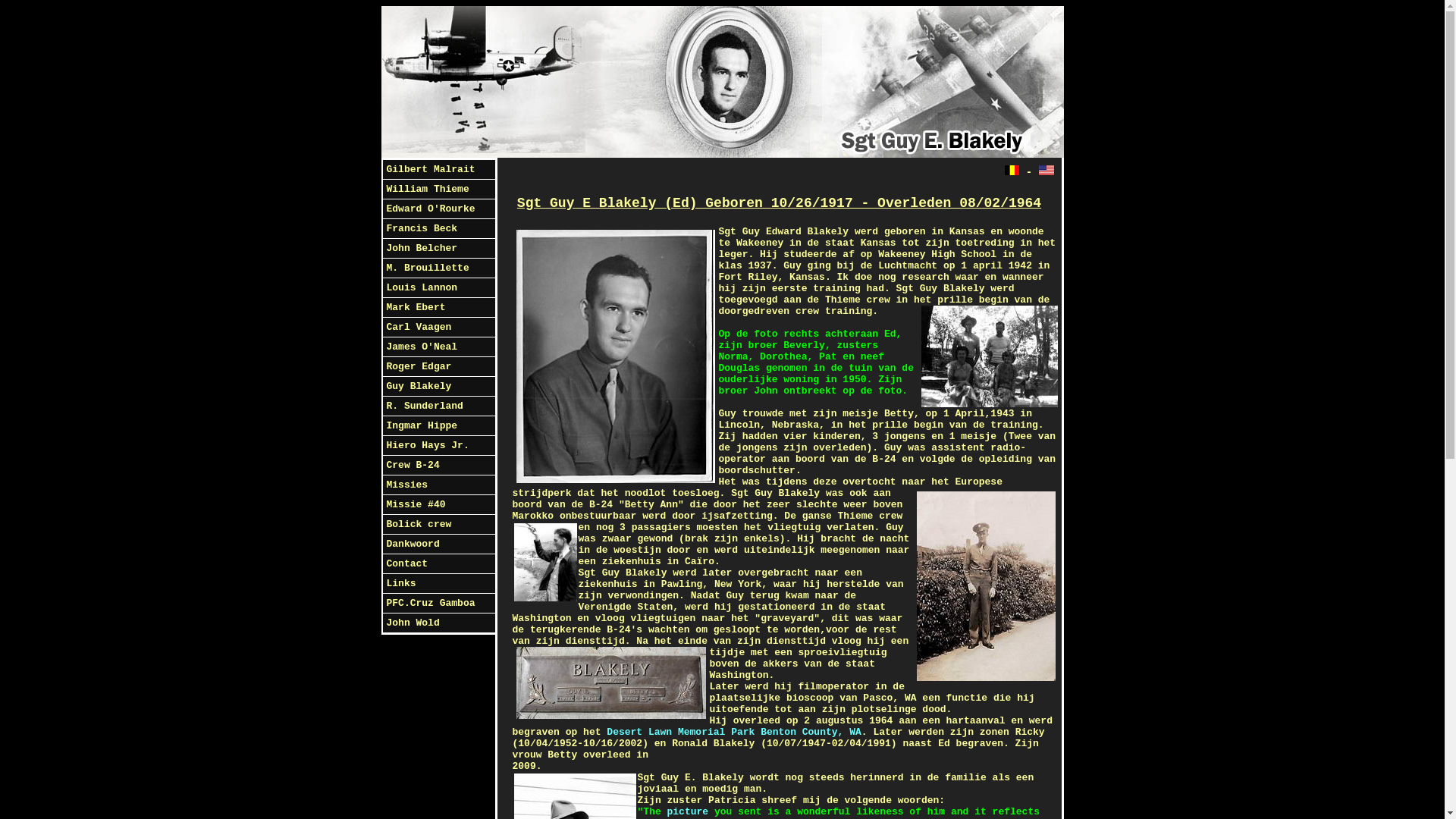 The width and height of the screenshot is (1456, 819). Describe the element at coordinates (437, 228) in the screenshot. I see `'Francis Beck'` at that location.